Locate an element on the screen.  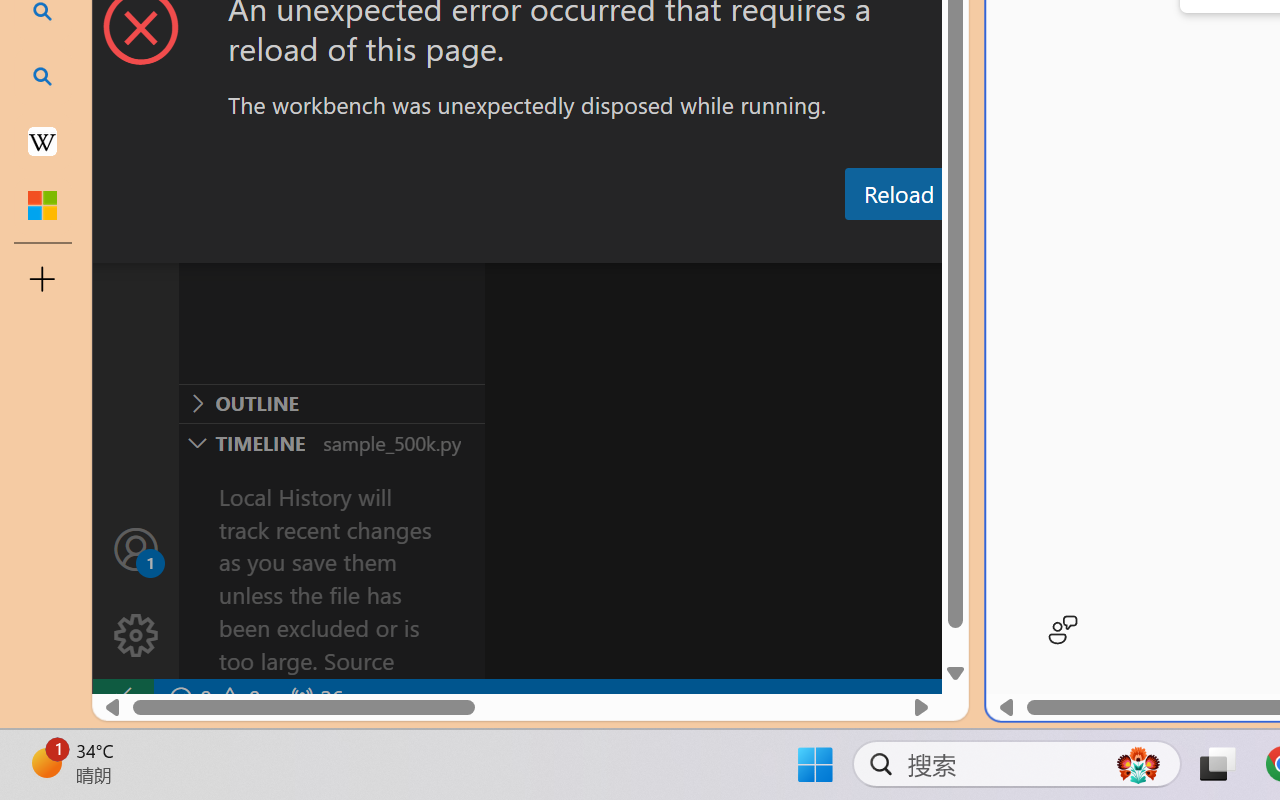
'Timeline Section' is located at coordinates (331, 441).